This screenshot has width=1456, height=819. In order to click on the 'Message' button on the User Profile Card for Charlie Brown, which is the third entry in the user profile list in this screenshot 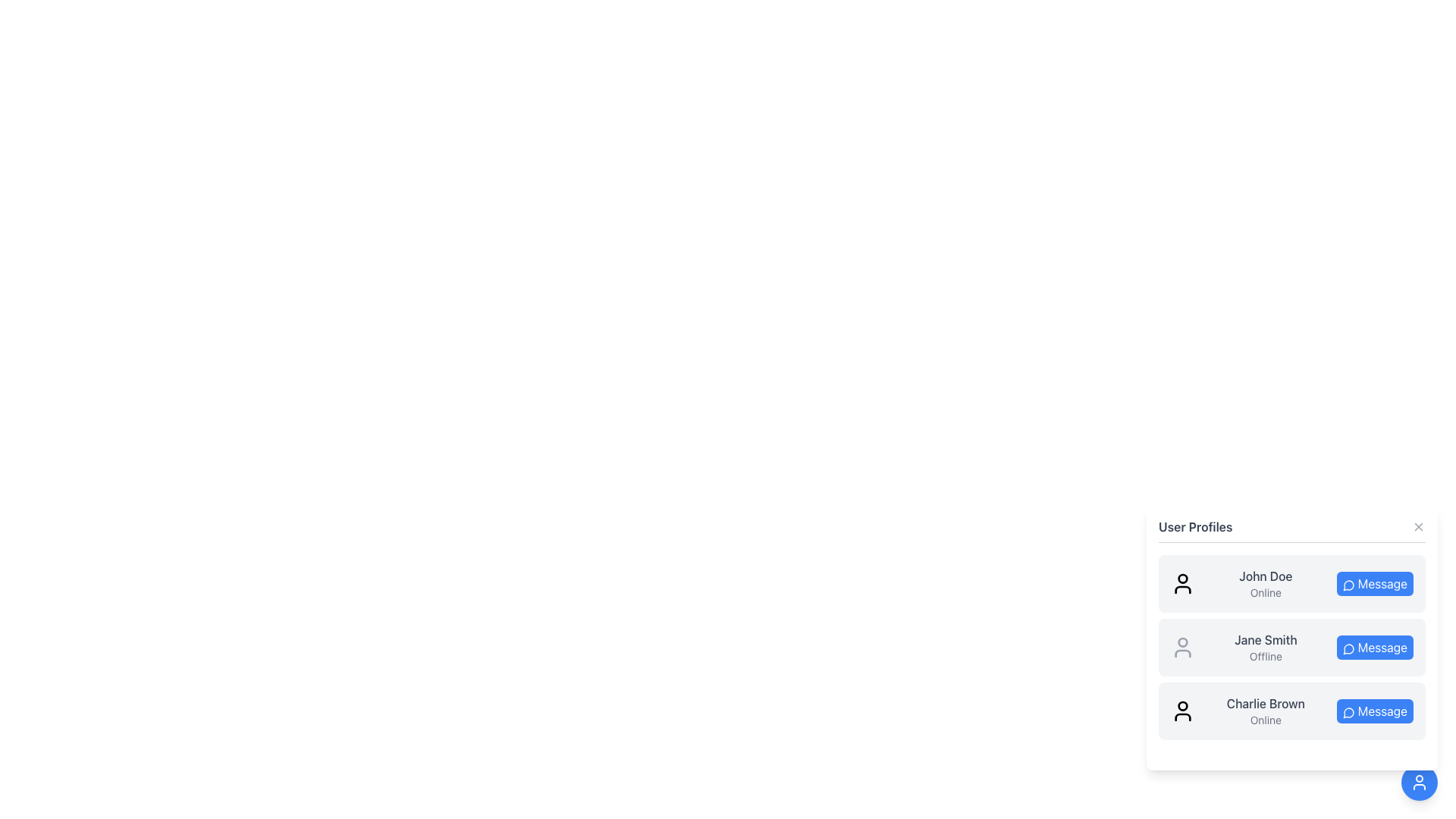, I will do `click(1291, 711)`.